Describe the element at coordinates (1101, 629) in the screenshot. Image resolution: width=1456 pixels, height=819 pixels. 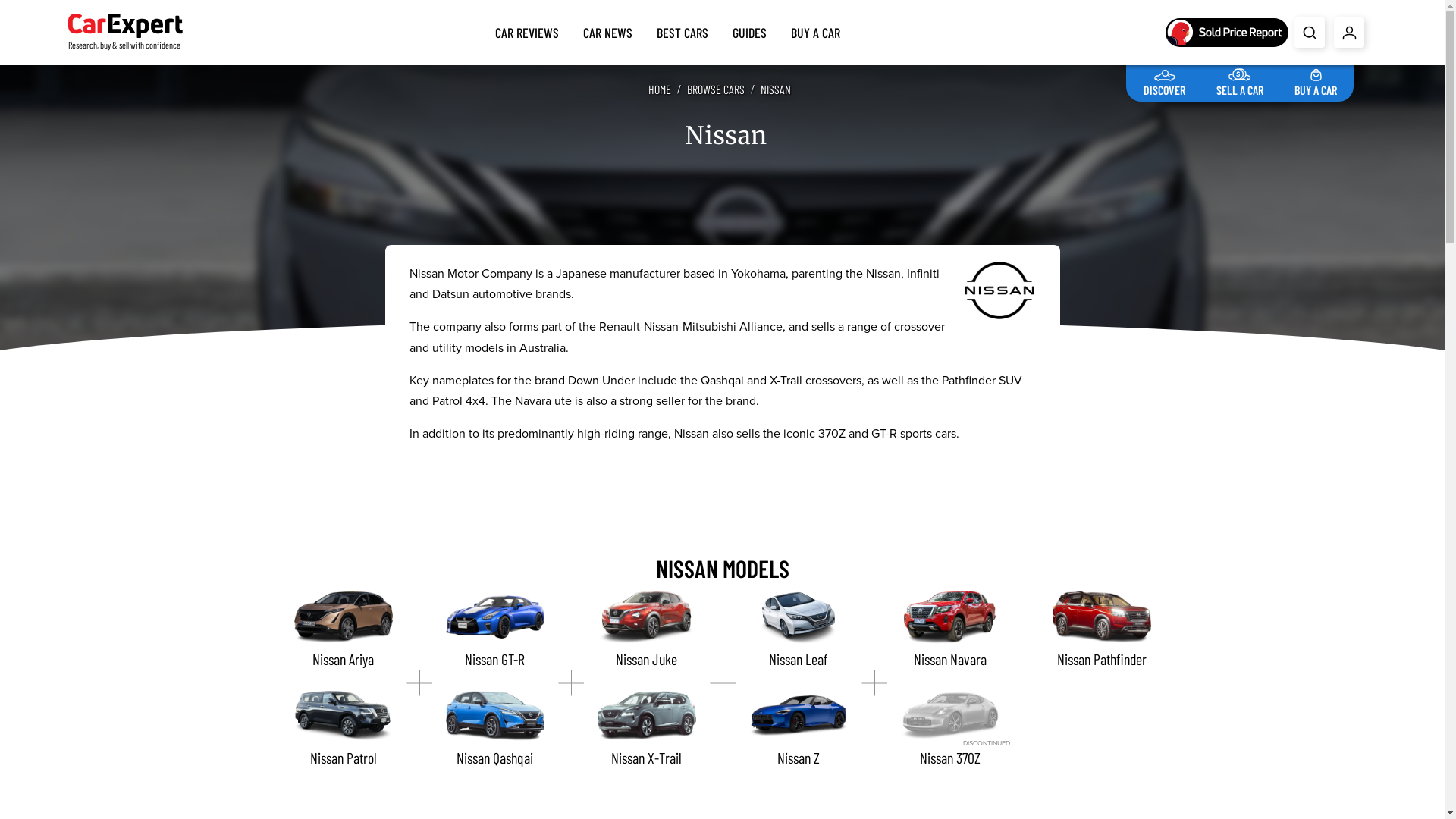
I see `'Nissan Pathfinder'` at that location.